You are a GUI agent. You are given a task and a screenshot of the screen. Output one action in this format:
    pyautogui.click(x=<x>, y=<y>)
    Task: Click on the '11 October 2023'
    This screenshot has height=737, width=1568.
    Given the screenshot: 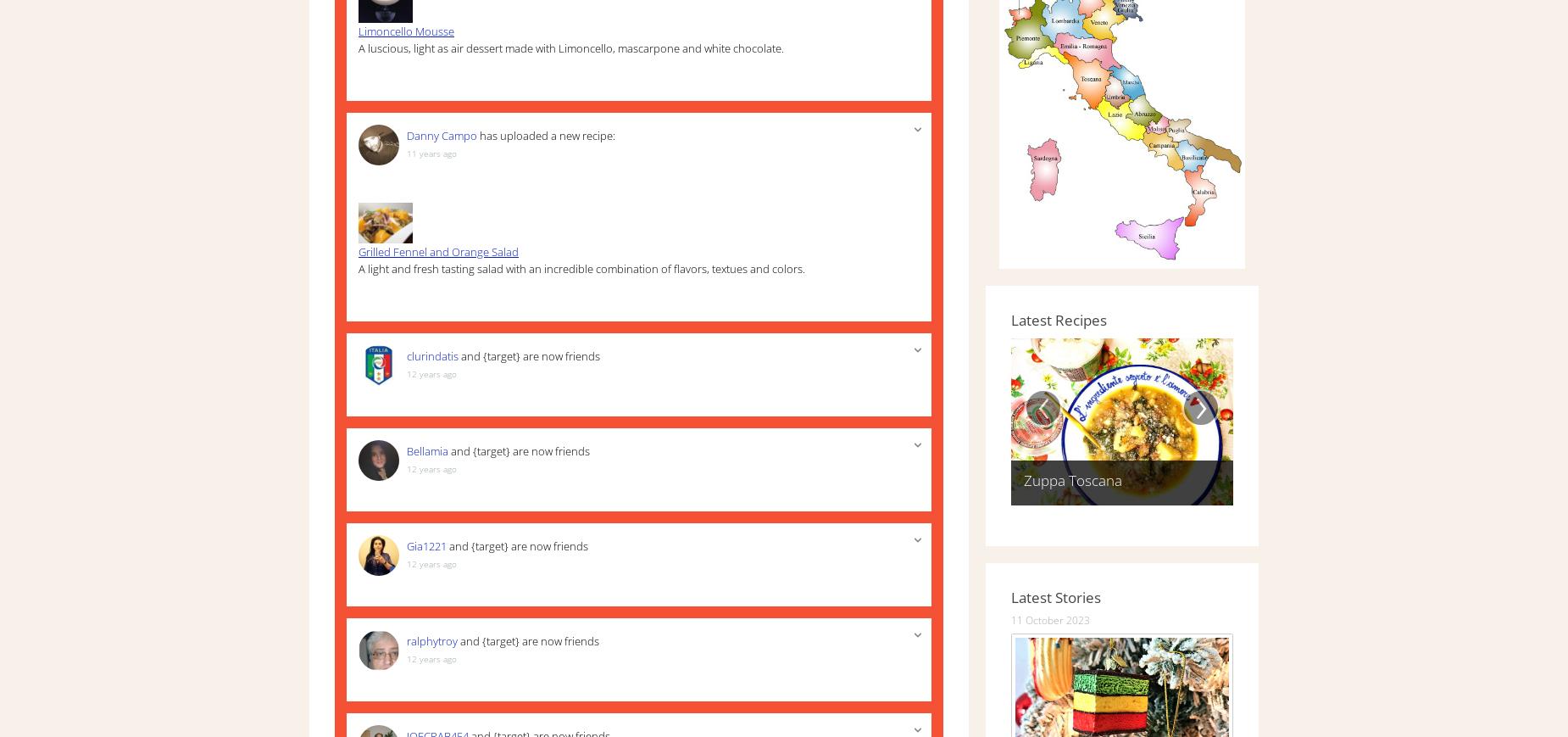 What is the action you would take?
    pyautogui.click(x=1049, y=618)
    